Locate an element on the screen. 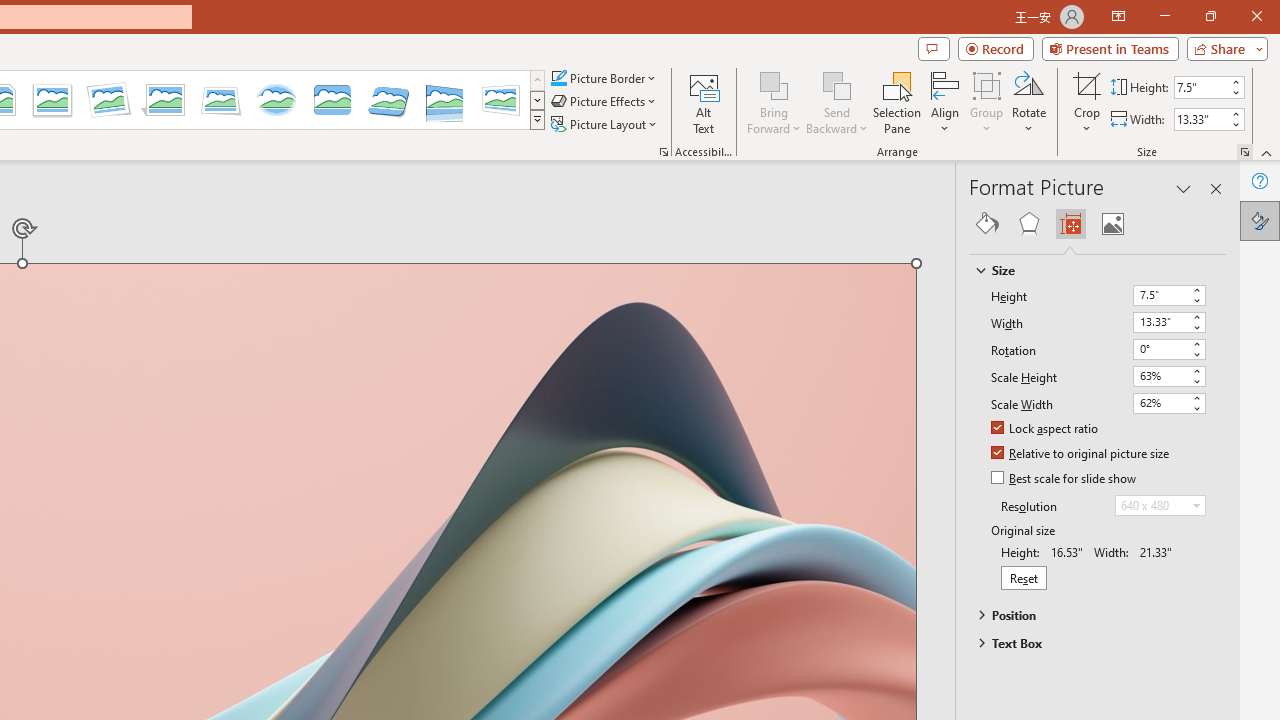 This screenshot has height=720, width=1280. 'Size & Properties' is located at coordinates (1069, 223).